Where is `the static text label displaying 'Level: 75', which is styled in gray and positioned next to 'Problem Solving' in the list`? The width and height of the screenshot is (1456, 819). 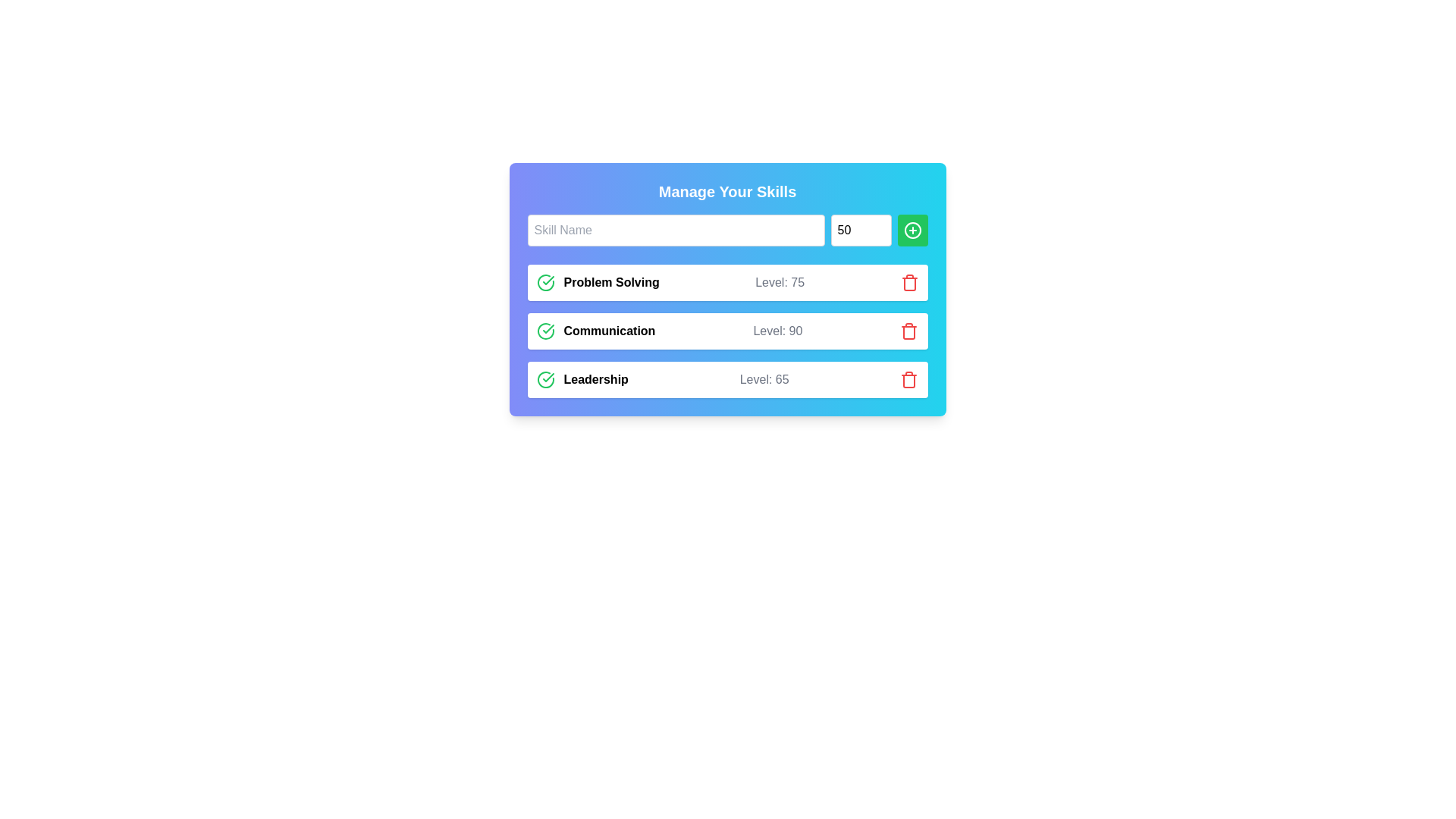 the static text label displaying 'Level: 75', which is styled in gray and positioned next to 'Problem Solving' in the list is located at coordinates (780, 283).